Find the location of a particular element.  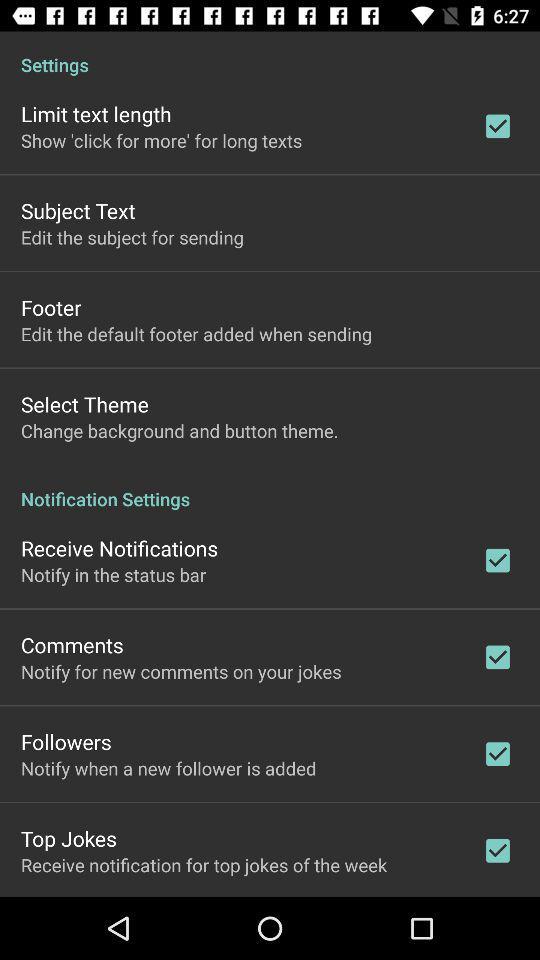

app below notification settings is located at coordinates (119, 548).